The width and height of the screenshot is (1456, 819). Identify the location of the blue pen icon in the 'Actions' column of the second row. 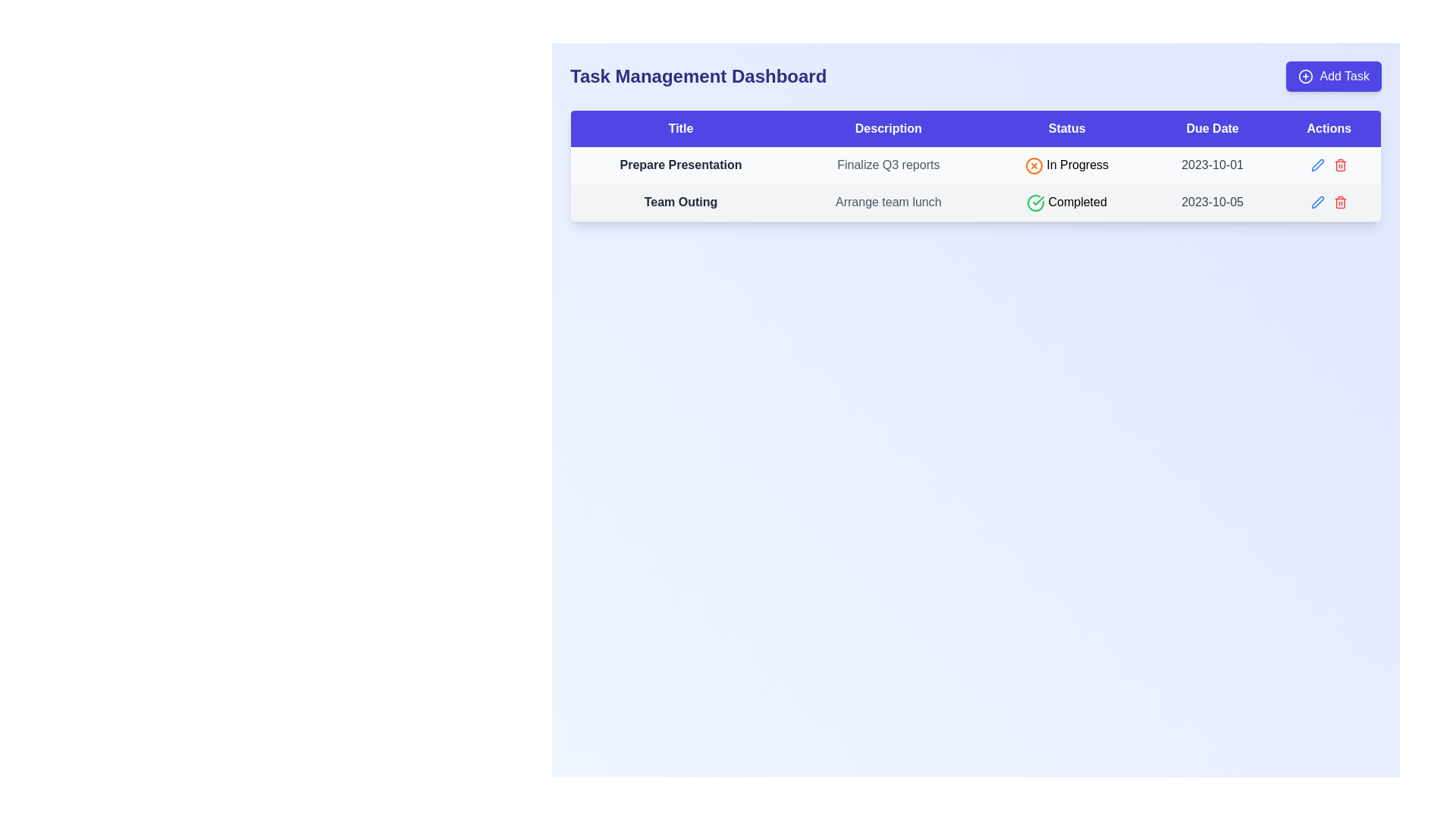
(1316, 165).